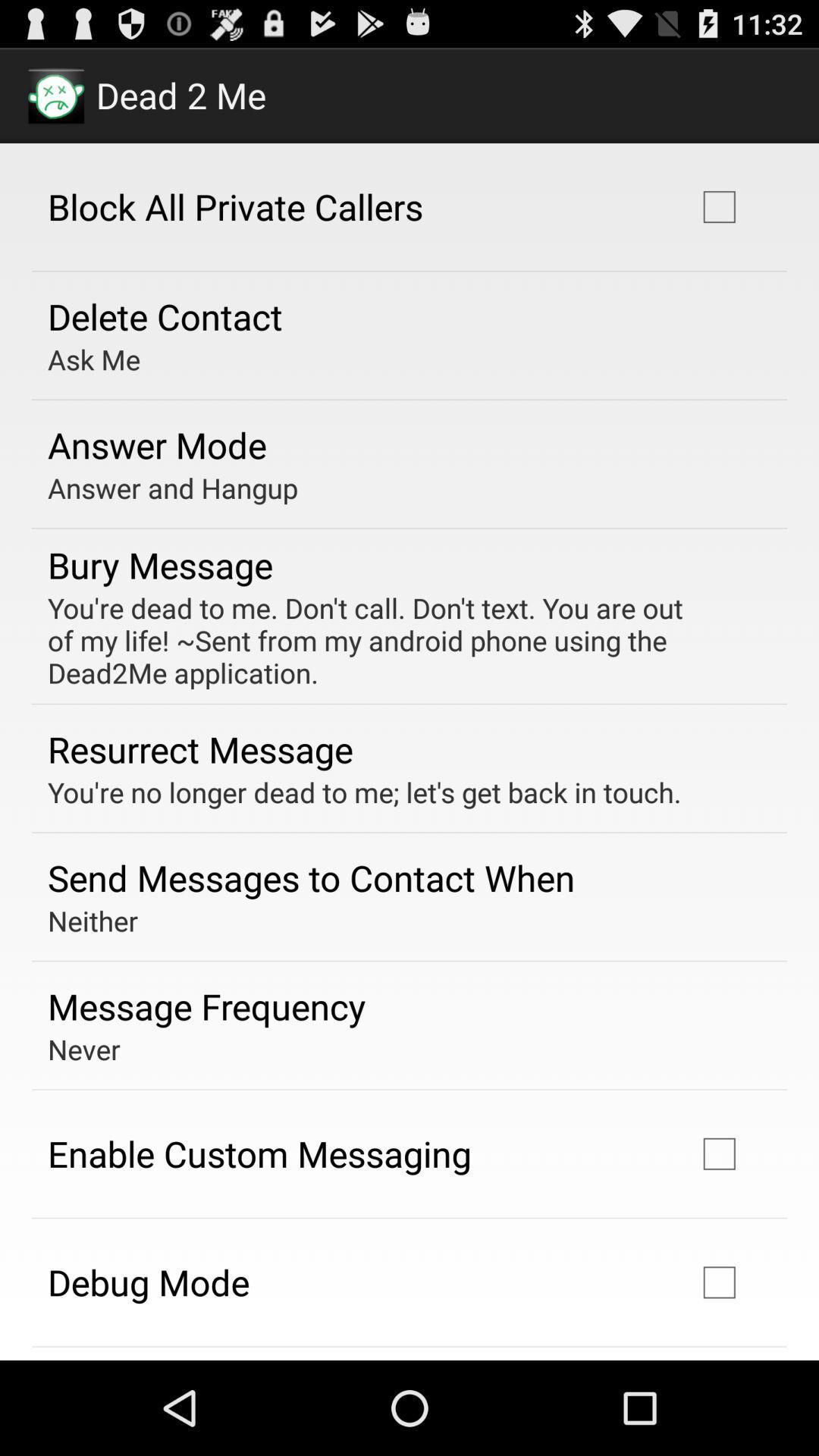  Describe the element at coordinates (165, 315) in the screenshot. I see `the delete contact app` at that location.